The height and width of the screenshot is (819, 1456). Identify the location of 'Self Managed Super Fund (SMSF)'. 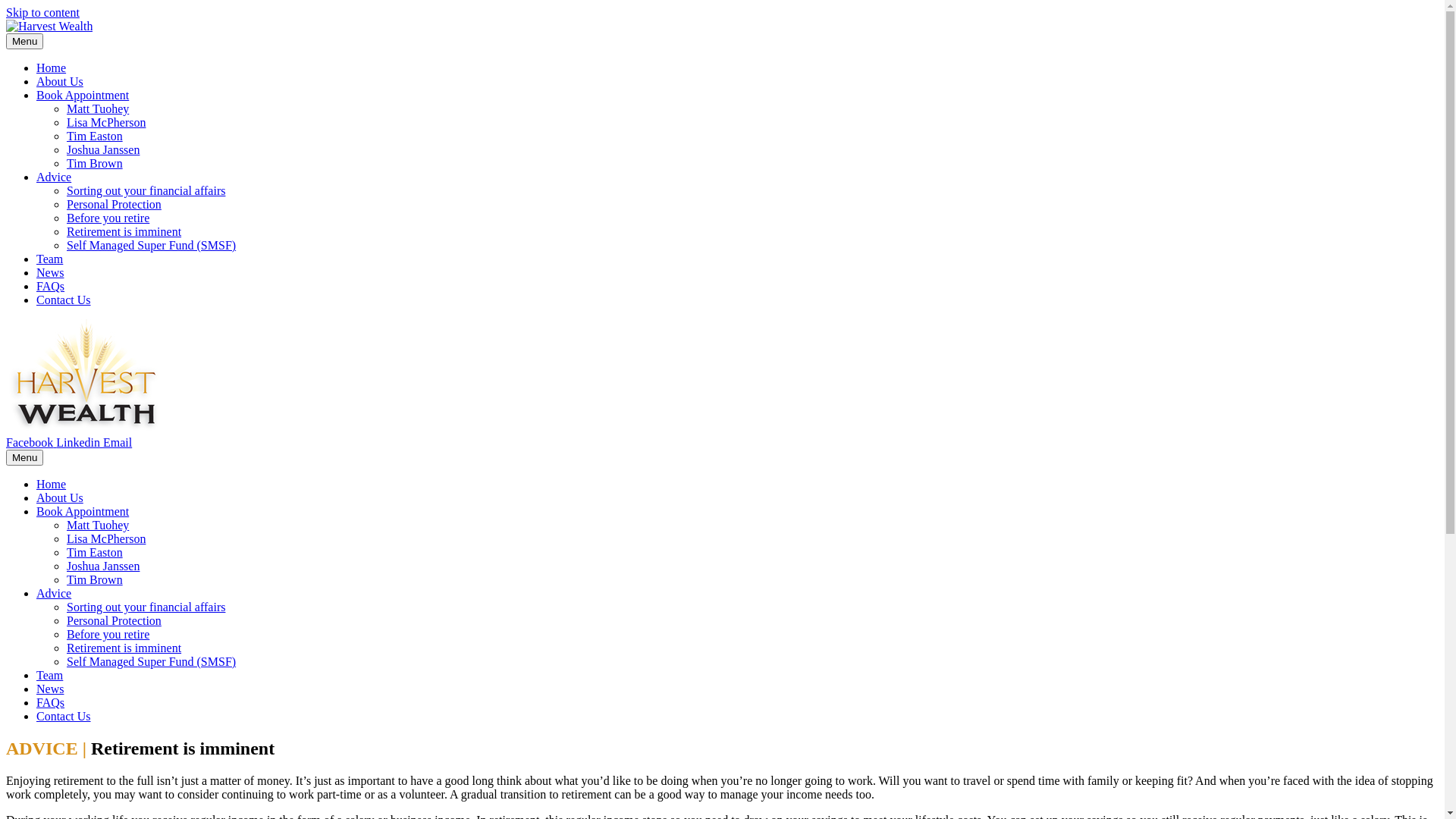
(151, 661).